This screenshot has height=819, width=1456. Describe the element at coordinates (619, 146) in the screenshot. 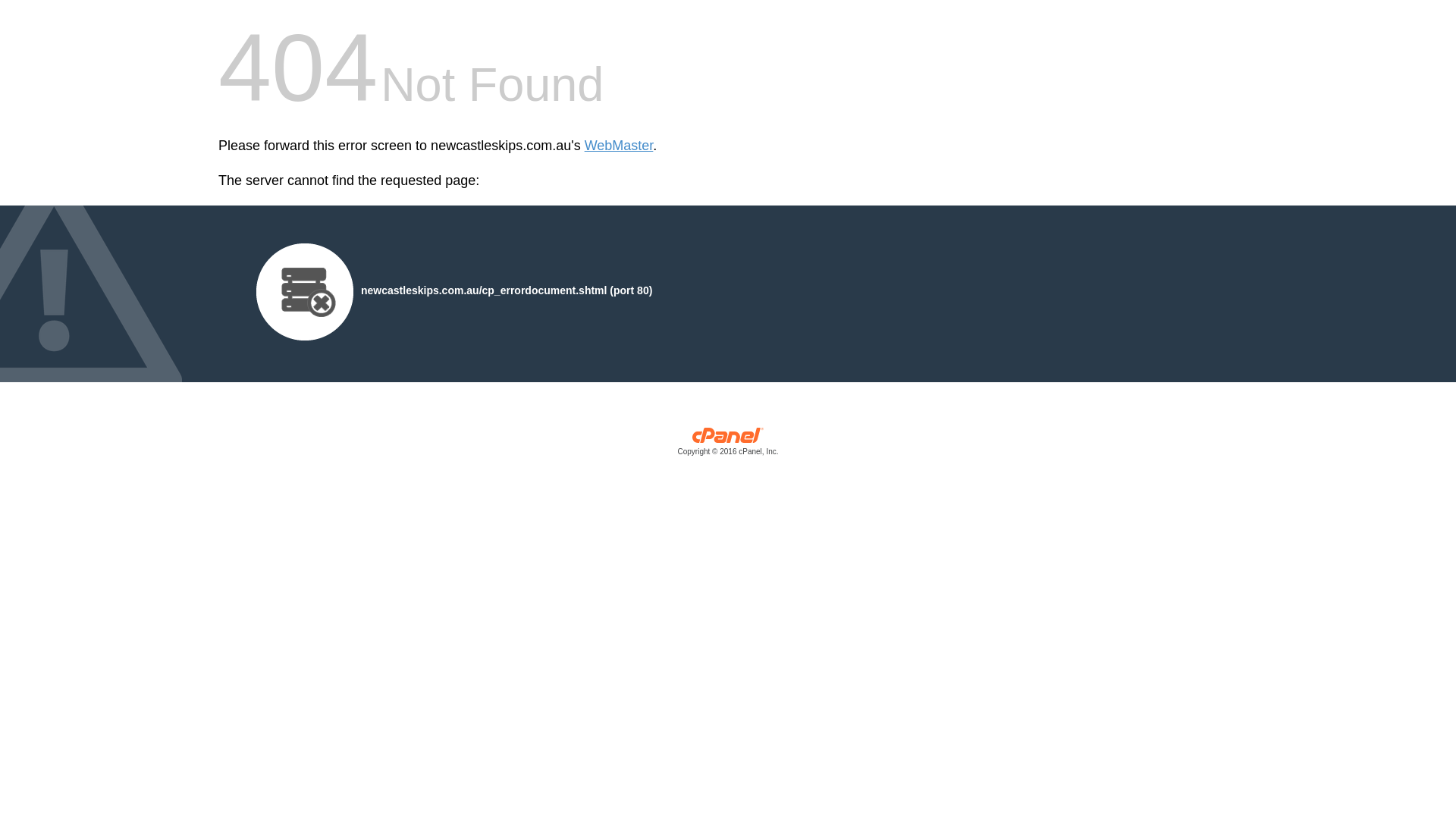

I see `'WebMaster'` at that location.